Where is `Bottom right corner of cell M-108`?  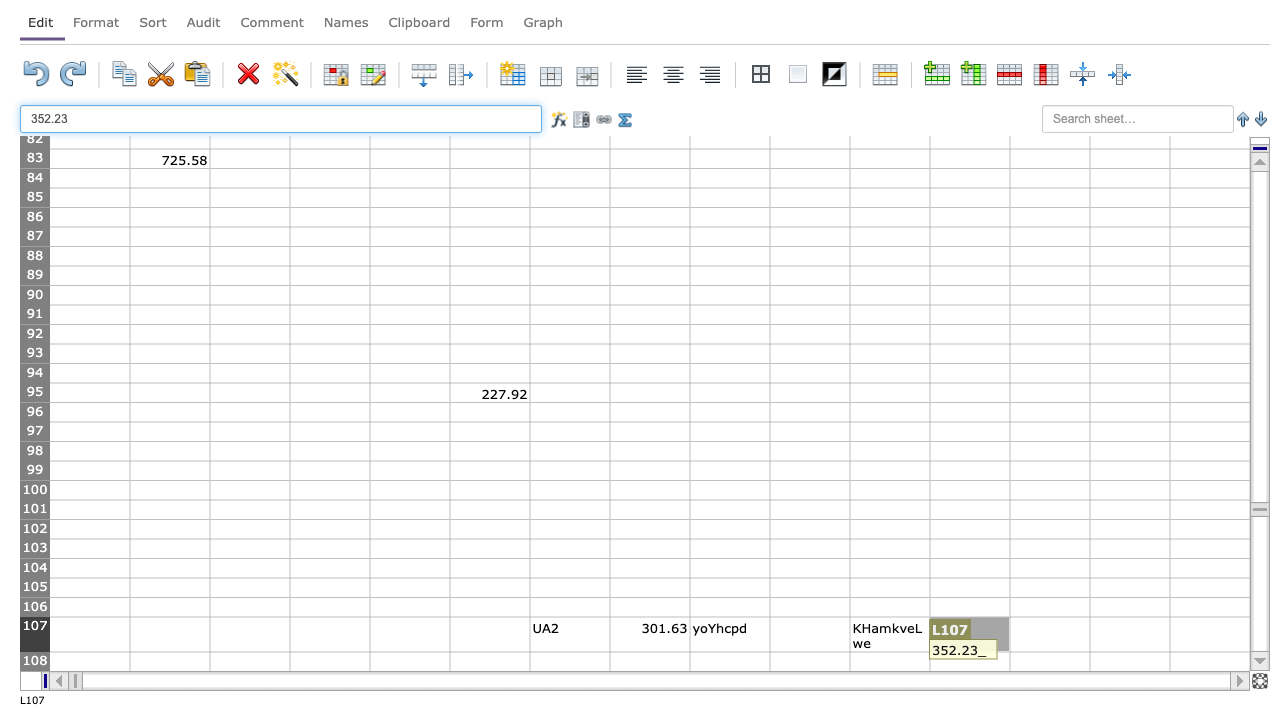
Bottom right corner of cell M-108 is located at coordinates (1089, 671).